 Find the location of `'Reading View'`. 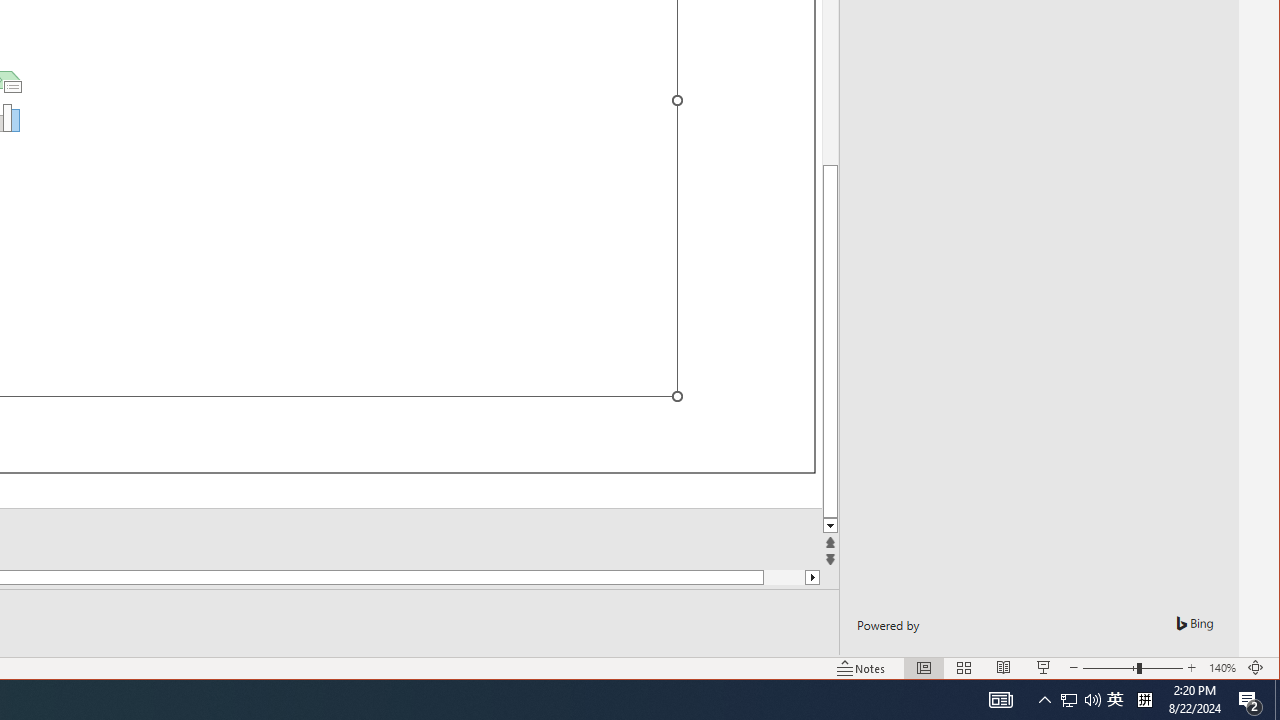

'Reading View' is located at coordinates (1004, 668).